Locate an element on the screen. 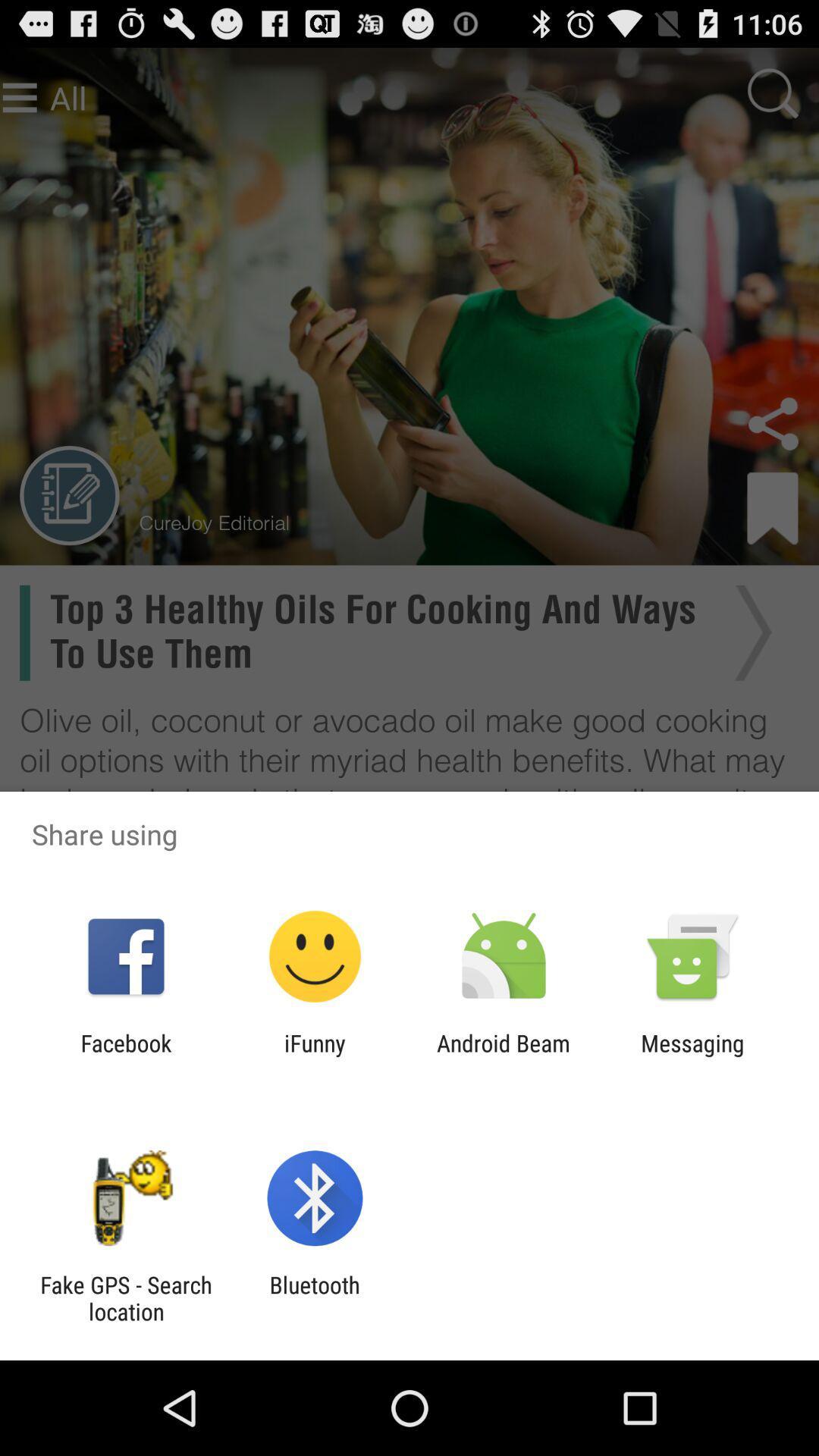 The height and width of the screenshot is (1456, 819). android beam item is located at coordinates (504, 1056).